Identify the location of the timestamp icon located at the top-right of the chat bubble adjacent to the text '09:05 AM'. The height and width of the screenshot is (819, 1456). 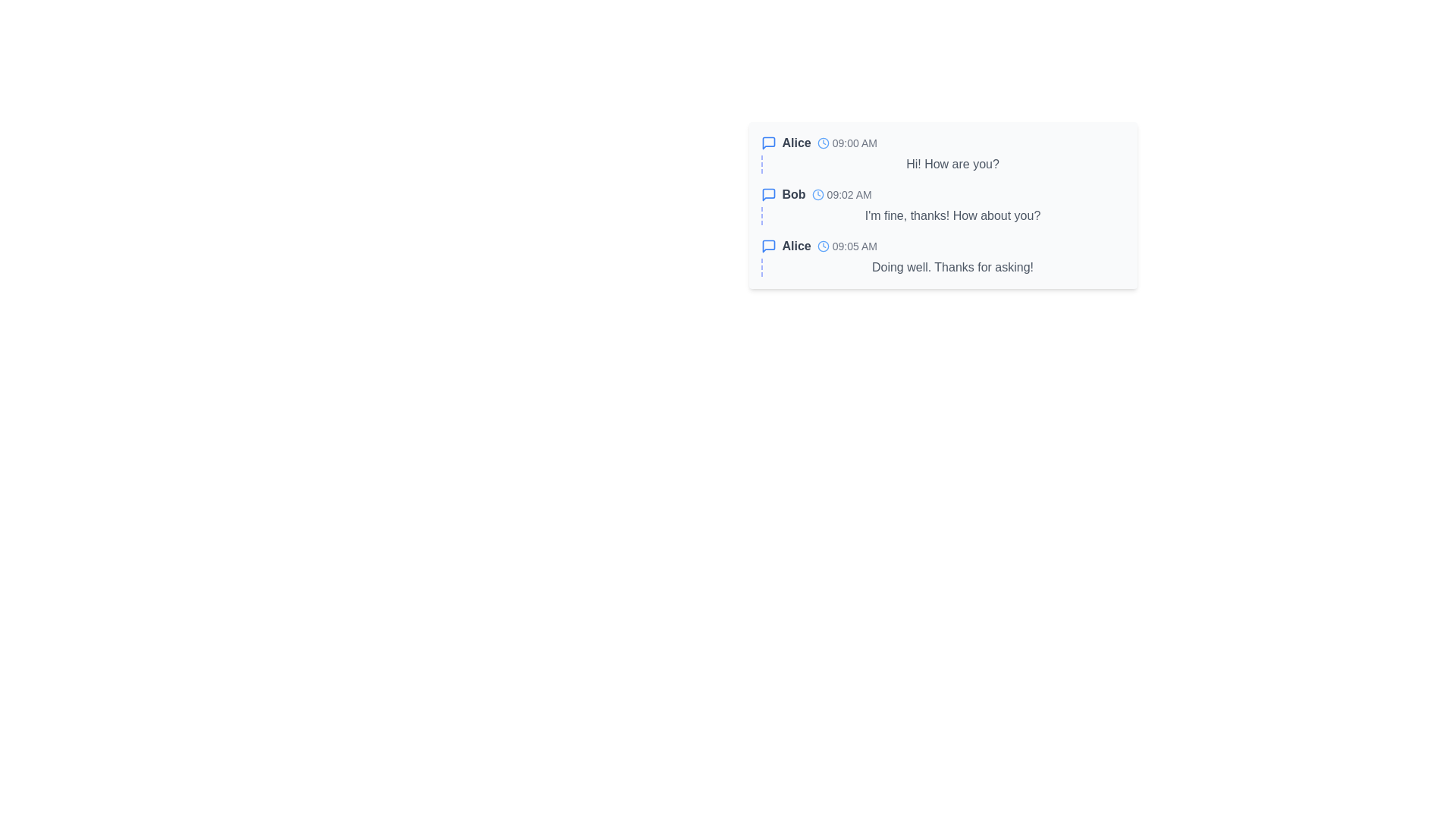
(822, 245).